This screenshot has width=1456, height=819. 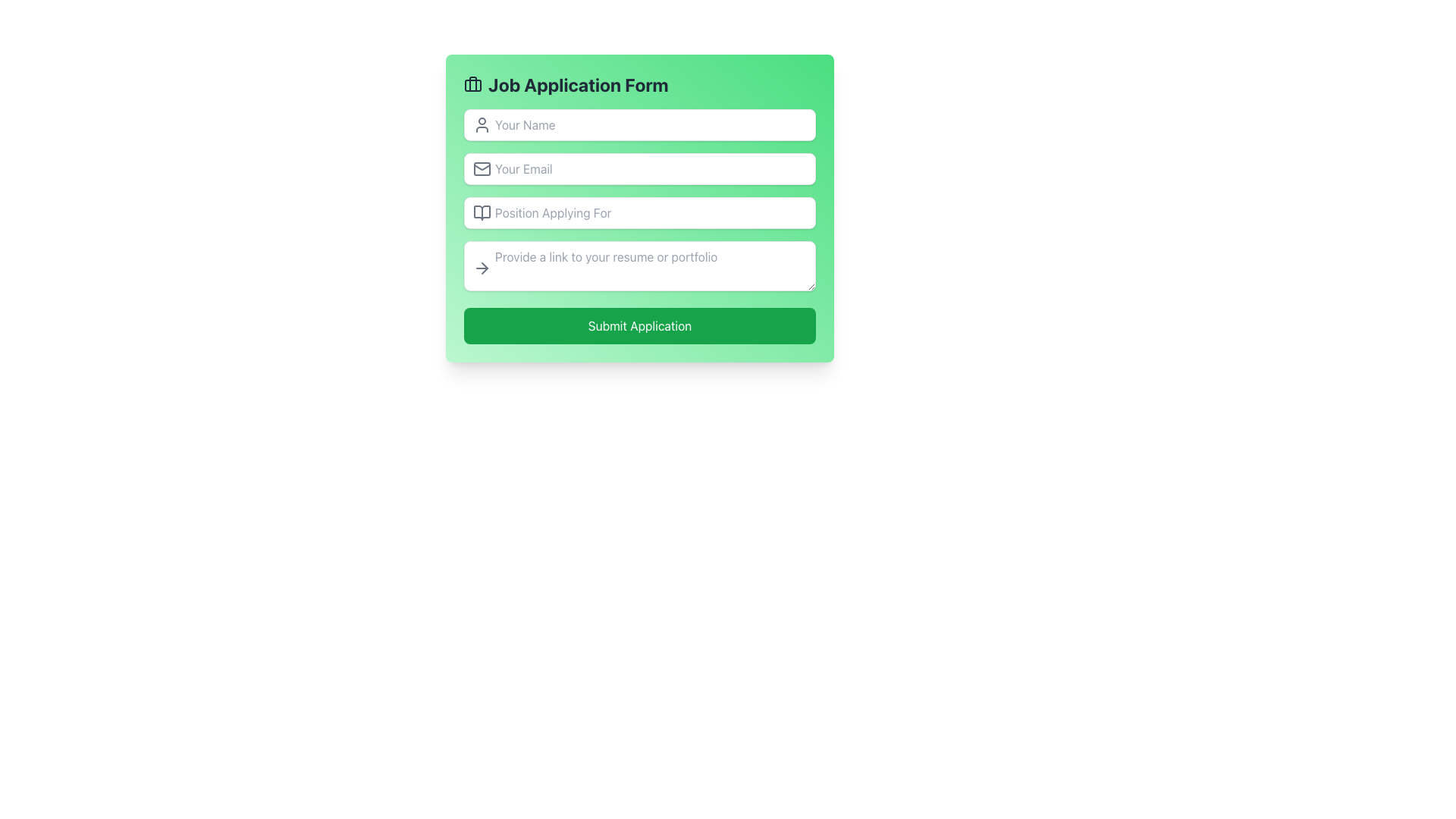 I want to click on the icon that resembles a briefcase, located to the immediate left of the text 'Job Application Form' in the header section of the form interface, so click(x=472, y=84).